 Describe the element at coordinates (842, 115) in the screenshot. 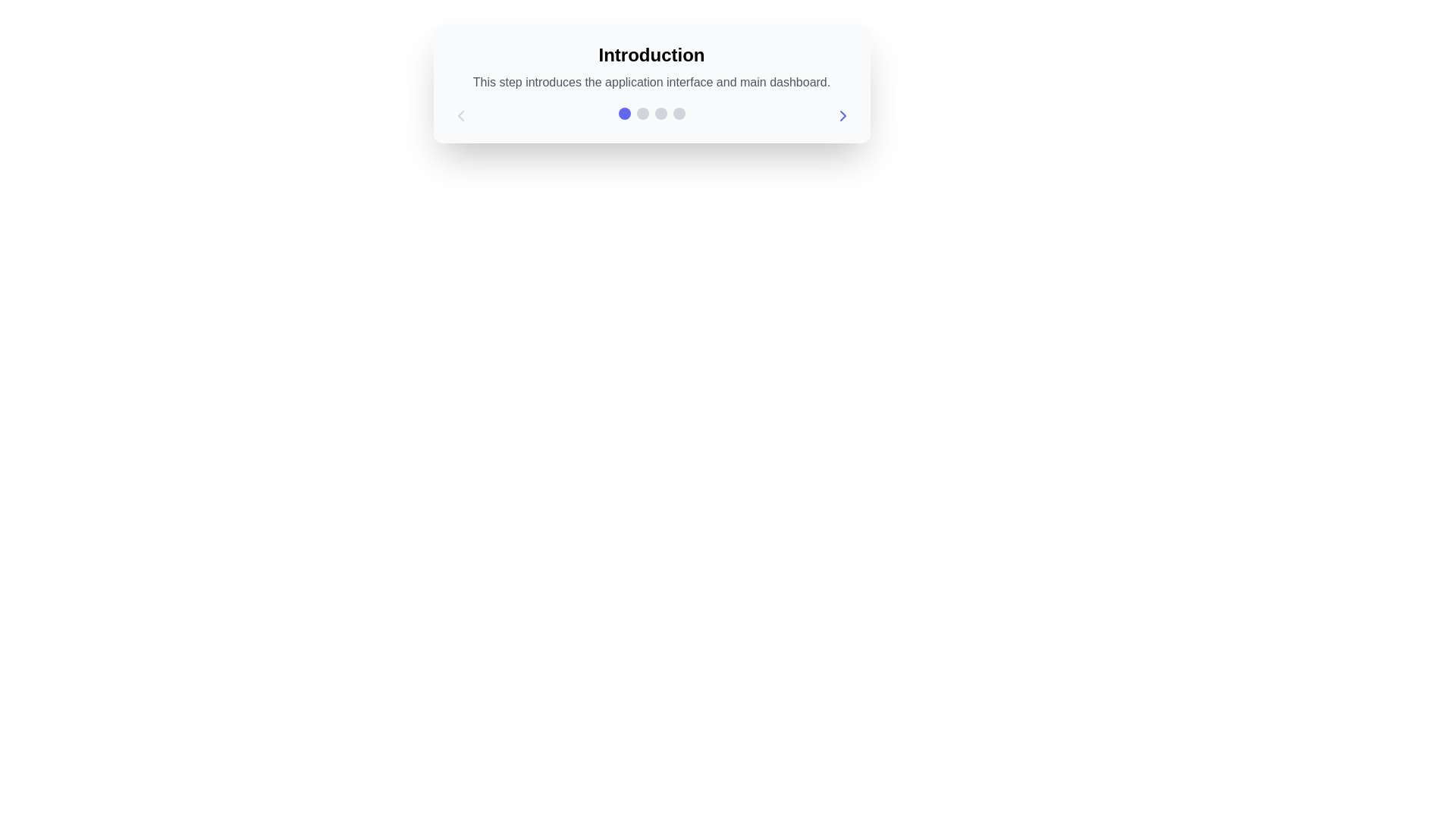

I see `the right-pointing chevron icon located at the right end of the interface within the navigation step indicator` at that location.